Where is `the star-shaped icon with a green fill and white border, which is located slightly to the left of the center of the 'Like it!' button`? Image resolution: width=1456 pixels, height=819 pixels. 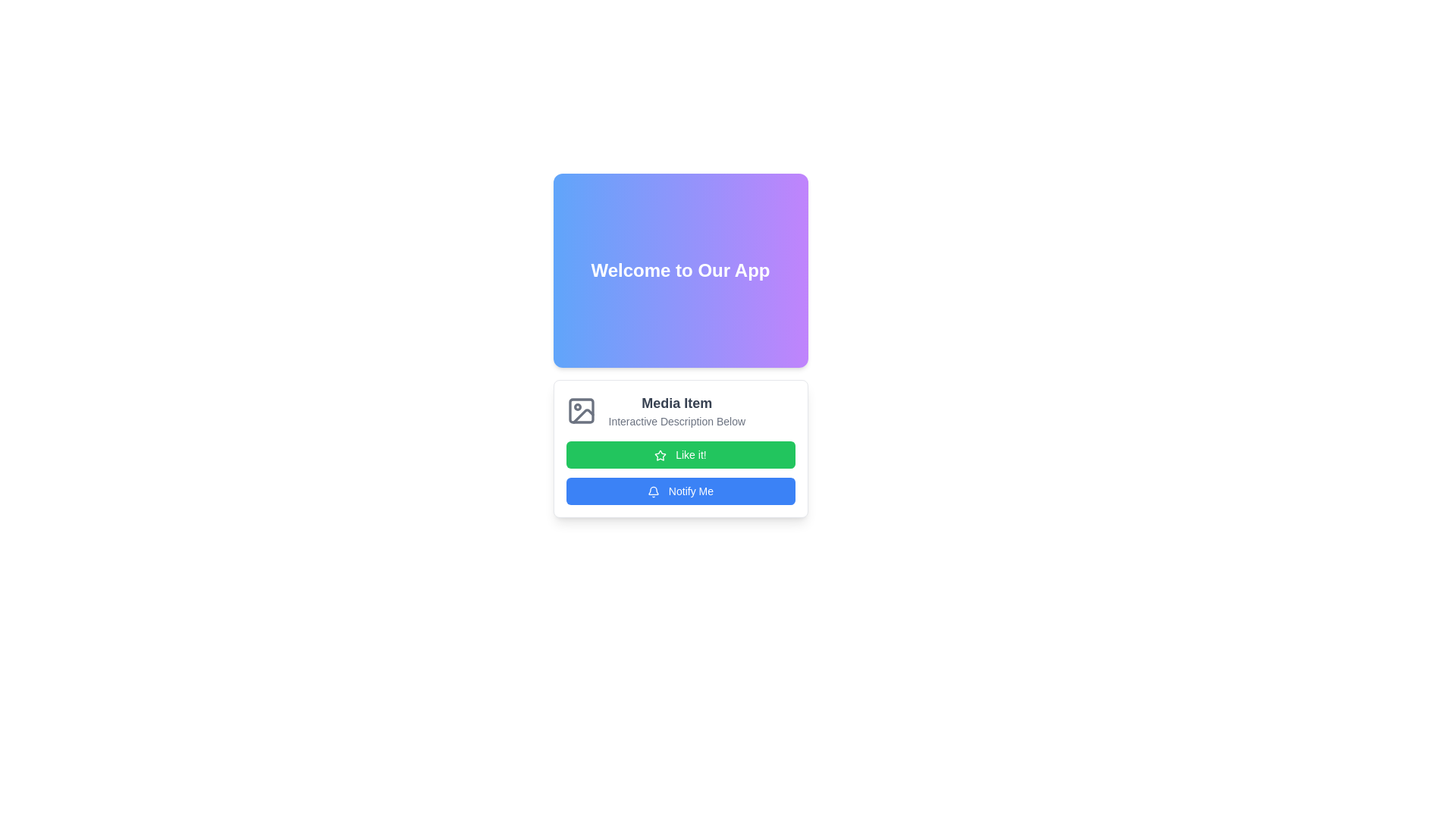
the star-shaped icon with a green fill and white border, which is located slightly to the left of the center of the 'Like it!' button is located at coordinates (661, 455).